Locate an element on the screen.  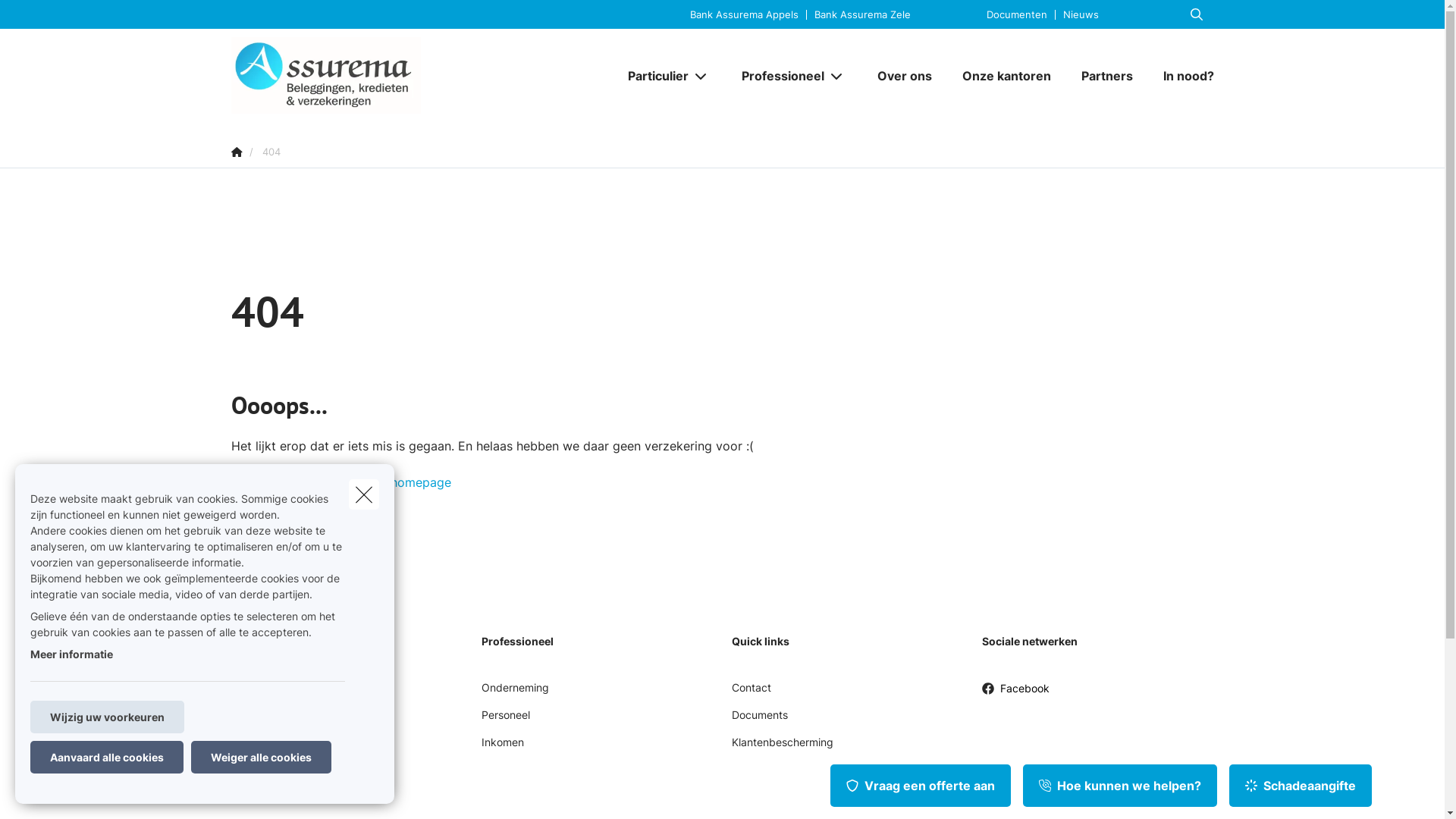
'Inkomen' is located at coordinates (479, 747).